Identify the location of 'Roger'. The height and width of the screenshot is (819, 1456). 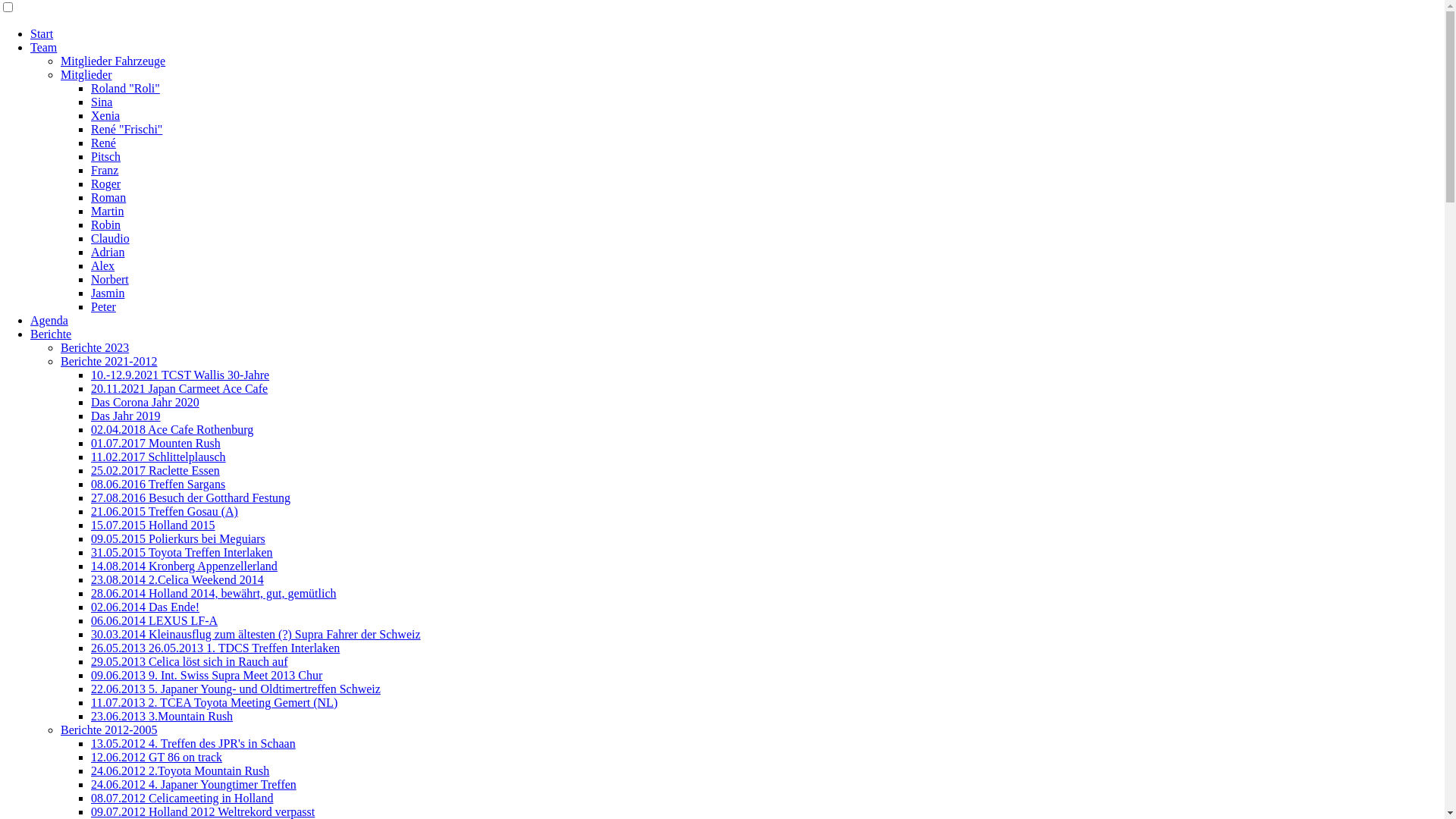
(105, 183).